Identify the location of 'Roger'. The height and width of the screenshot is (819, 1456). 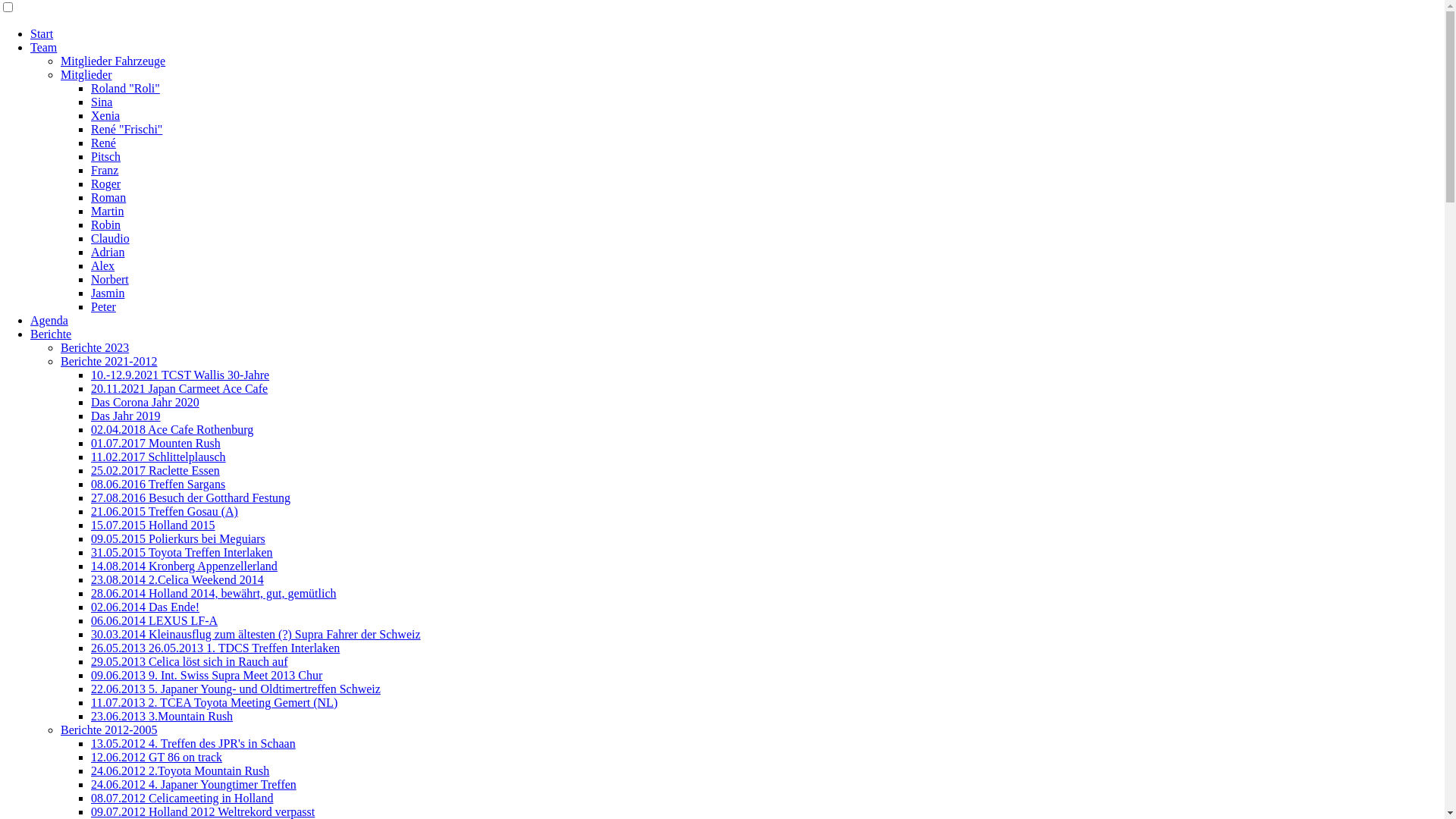
(105, 183).